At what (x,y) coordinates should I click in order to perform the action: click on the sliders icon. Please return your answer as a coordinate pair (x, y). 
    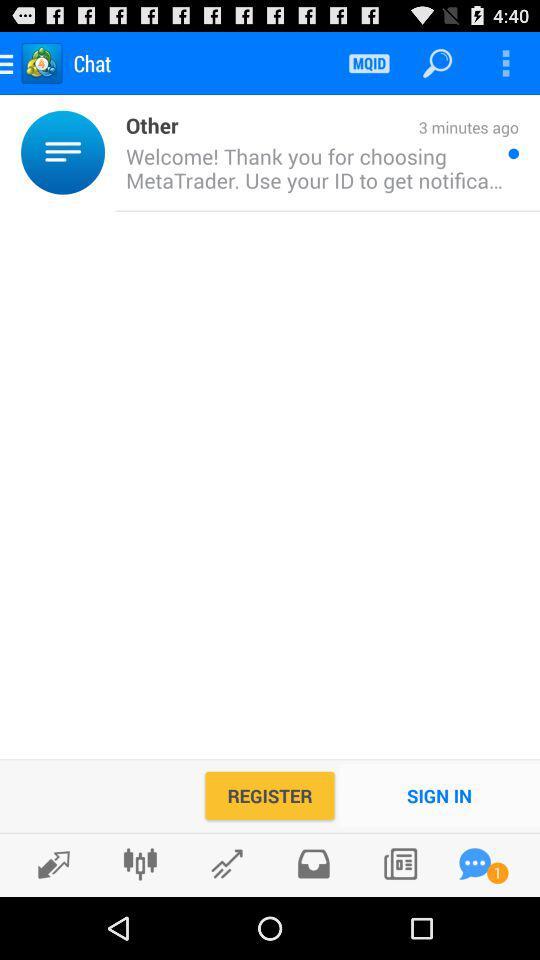
    Looking at the image, I should click on (139, 924).